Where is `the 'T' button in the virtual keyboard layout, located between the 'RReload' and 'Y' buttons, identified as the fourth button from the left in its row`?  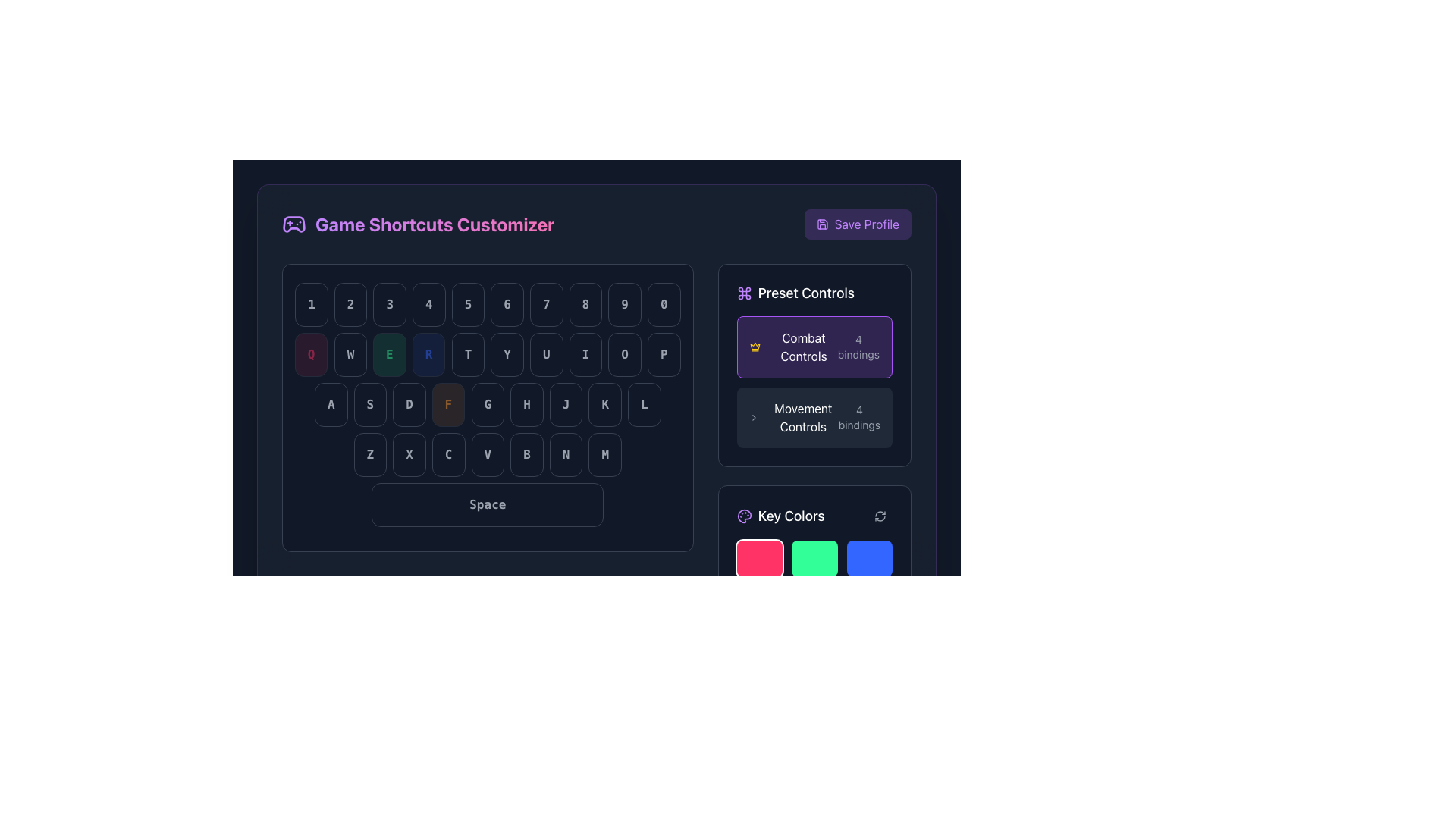
the 'T' button in the virtual keyboard layout, located between the 'RReload' and 'Y' buttons, identified as the fourth button from the left in its row is located at coordinates (467, 354).